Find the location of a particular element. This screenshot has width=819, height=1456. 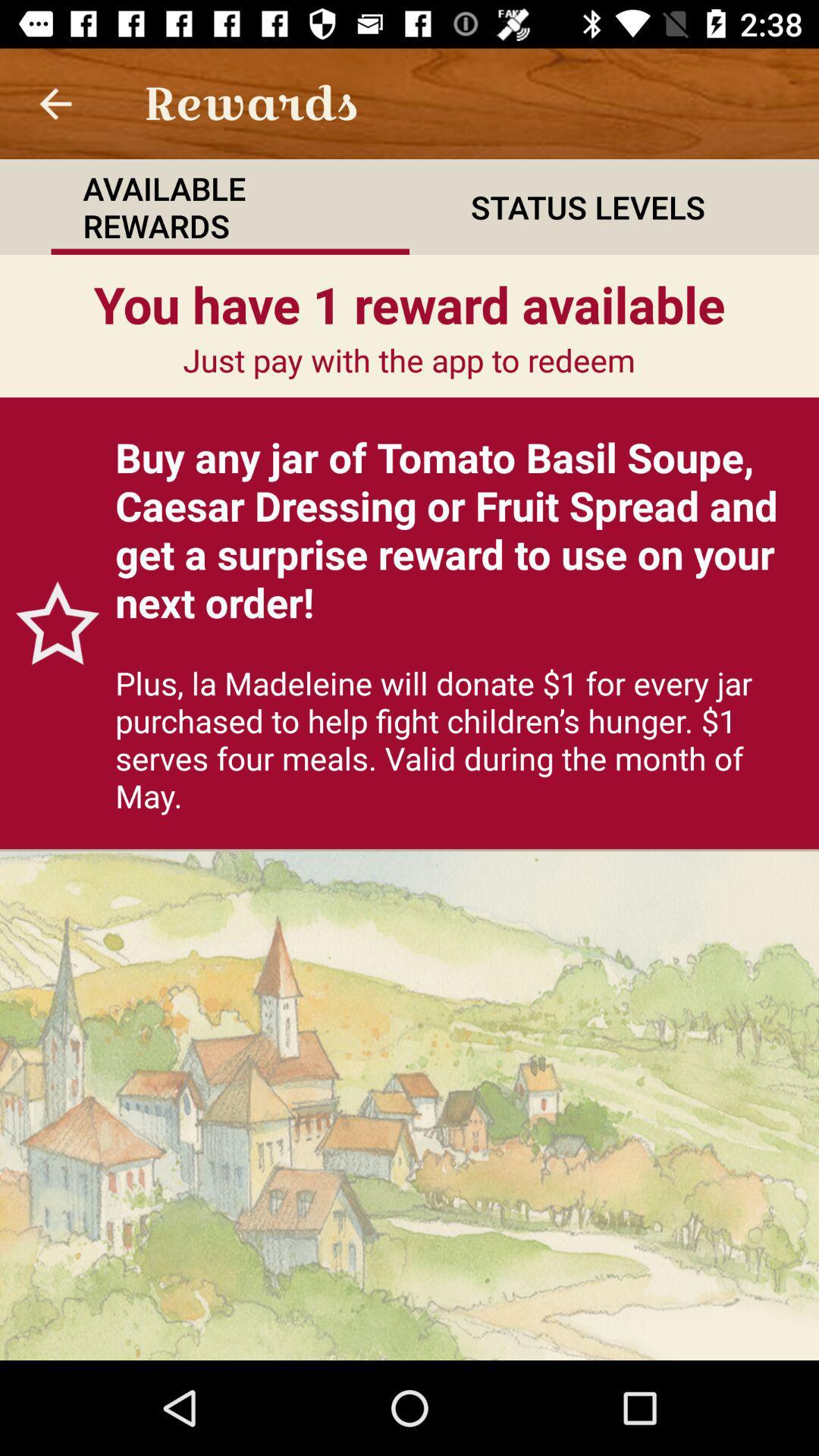

the app next to rewards app is located at coordinates (55, 102).